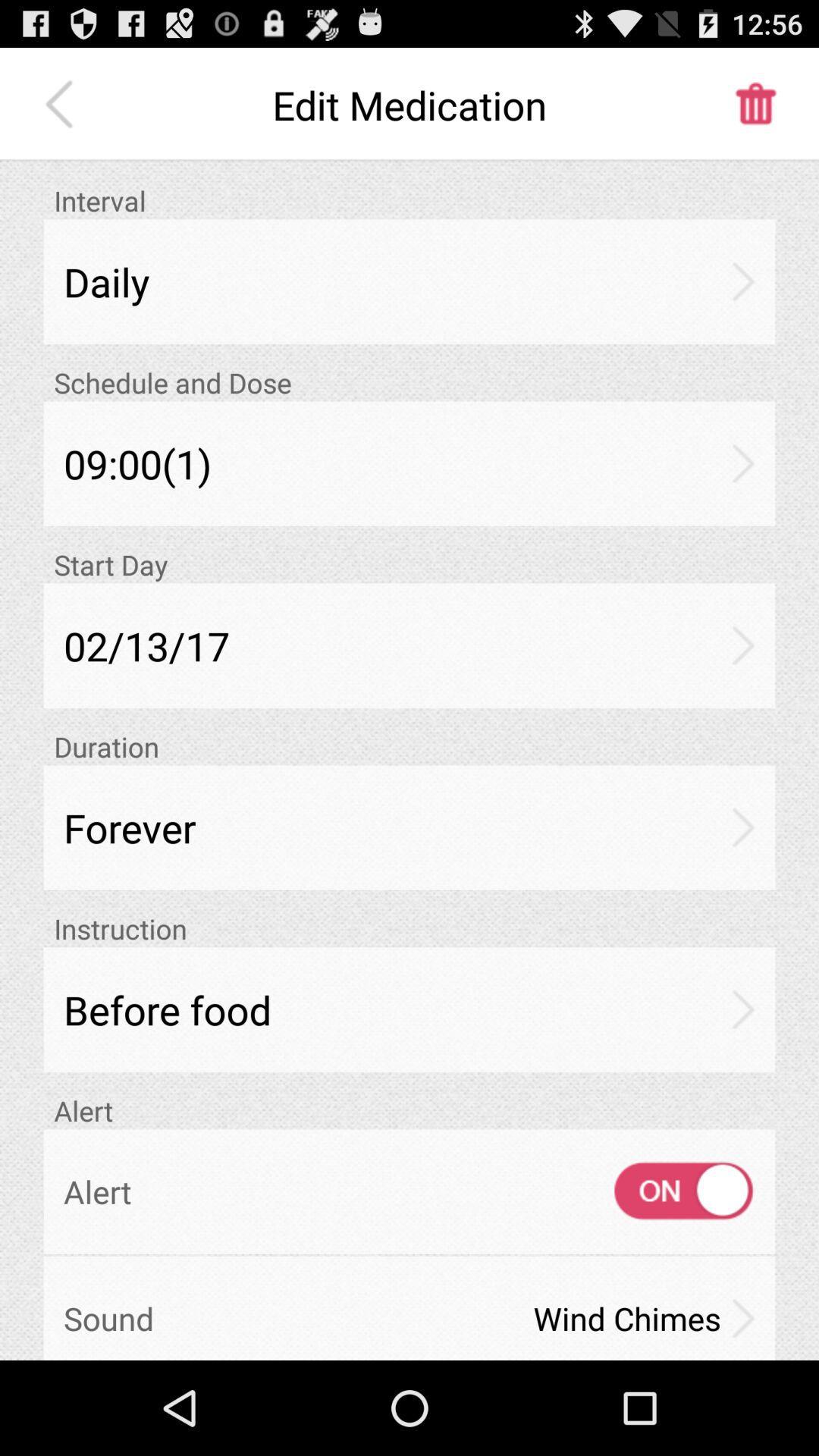  I want to click on item below the instruction icon, so click(409, 1009).